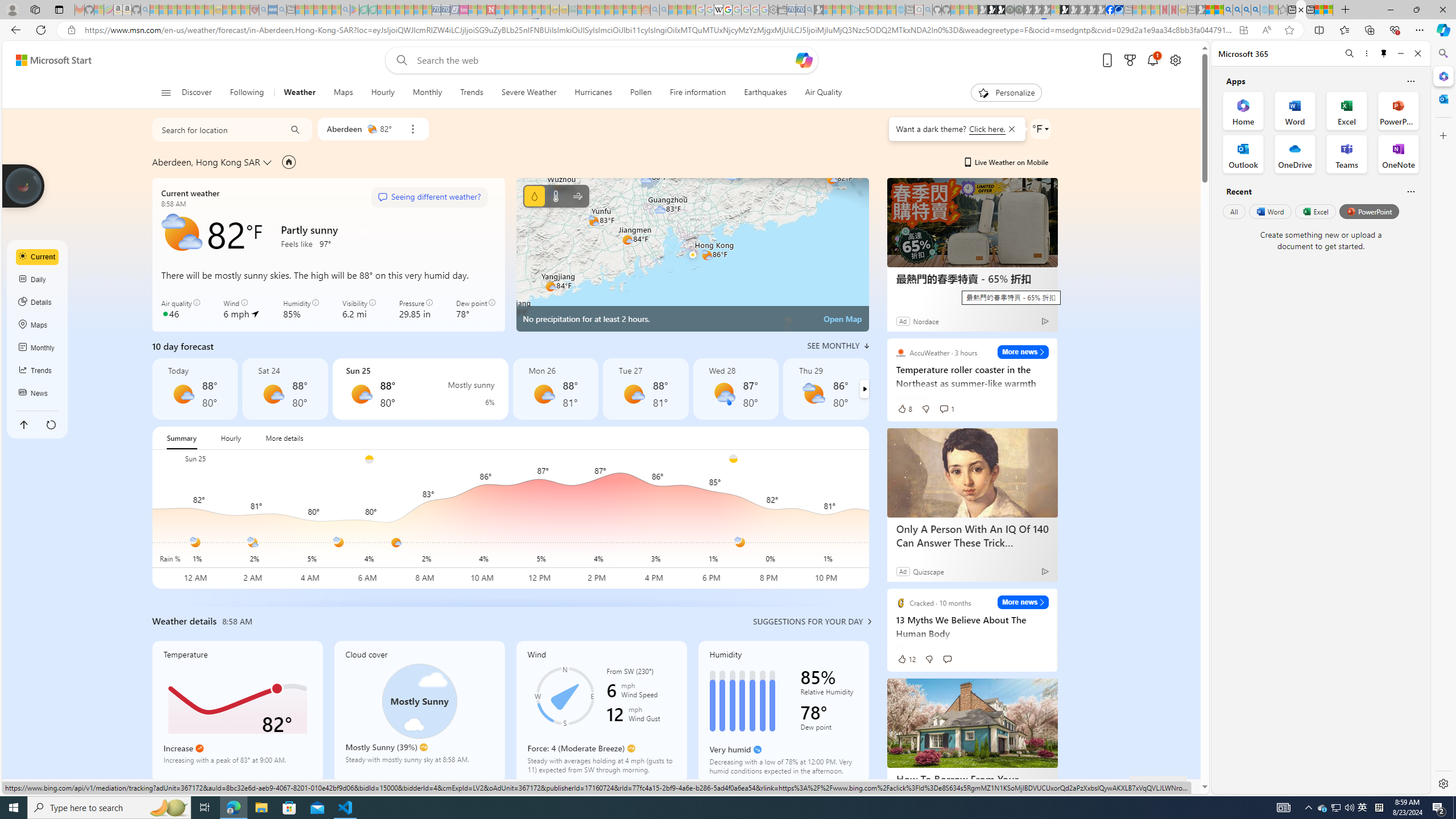  I want to click on 'Hurricanes', so click(593, 92).